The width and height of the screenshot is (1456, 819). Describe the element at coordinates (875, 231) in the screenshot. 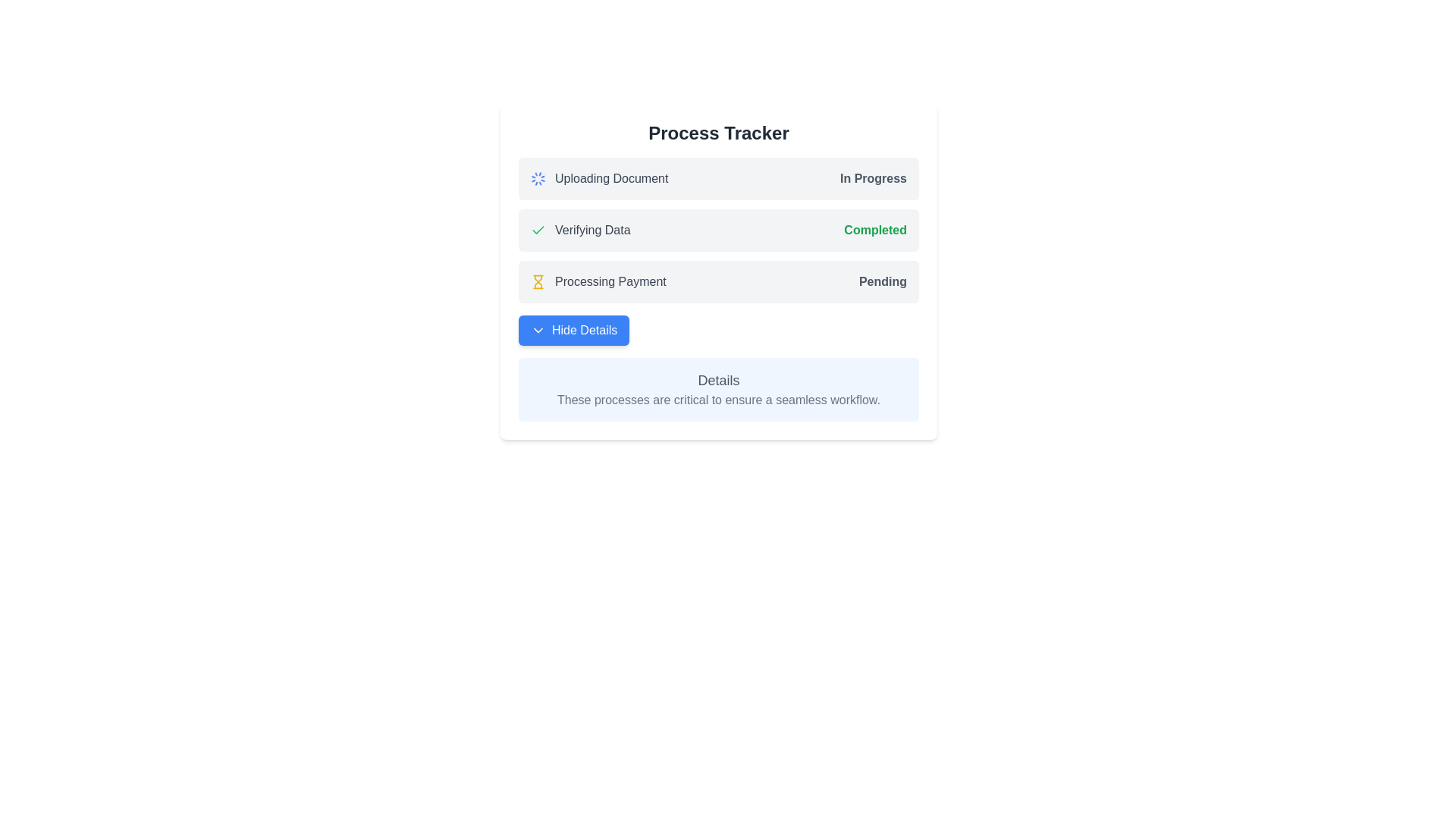

I see `the 'Completed' label element, which is displayed in green with bold font style, located in the 'Verifying Data' row of the process tracker` at that location.